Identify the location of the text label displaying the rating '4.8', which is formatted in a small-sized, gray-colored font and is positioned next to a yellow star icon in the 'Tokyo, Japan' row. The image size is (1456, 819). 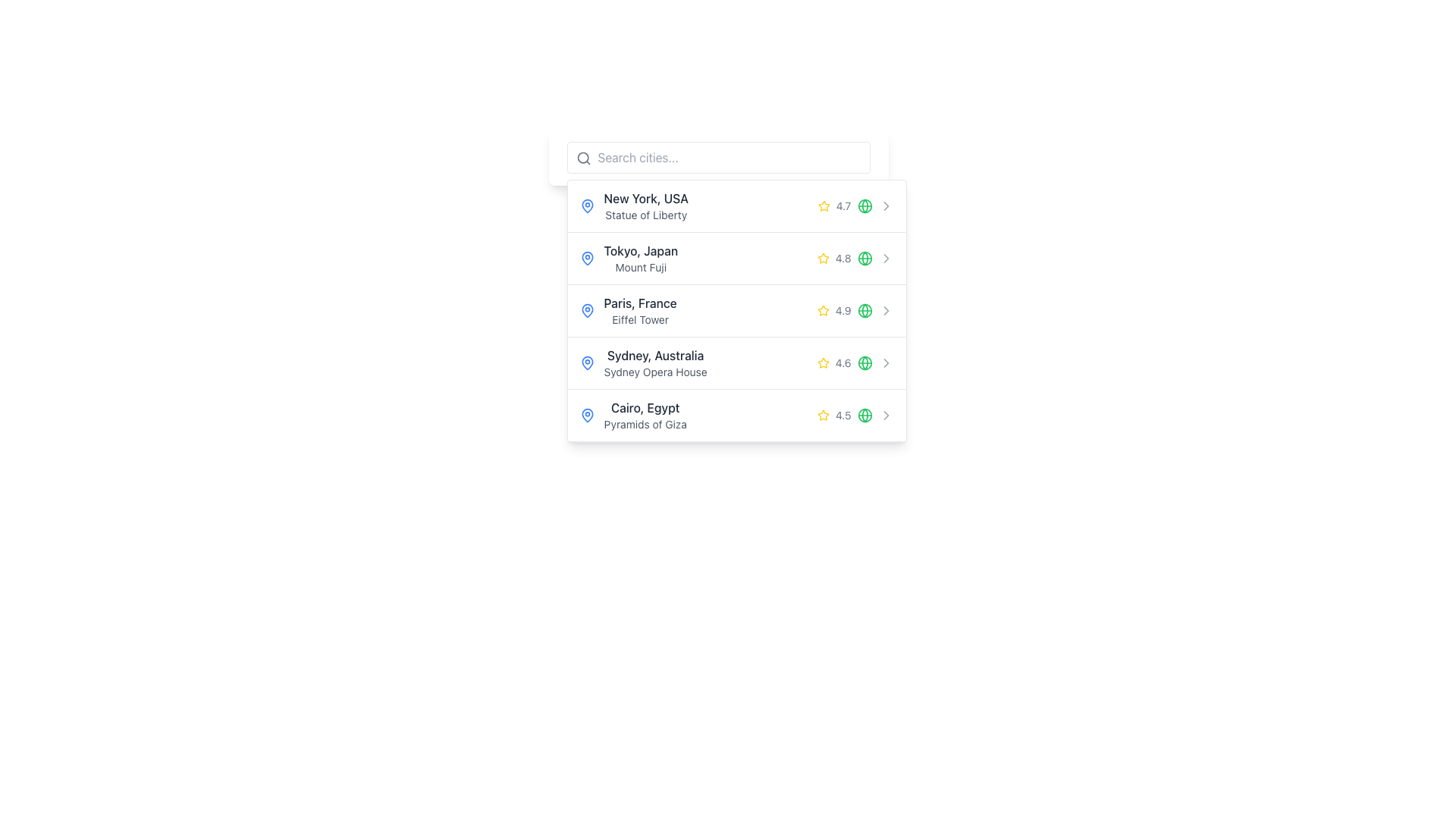
(843, 257).